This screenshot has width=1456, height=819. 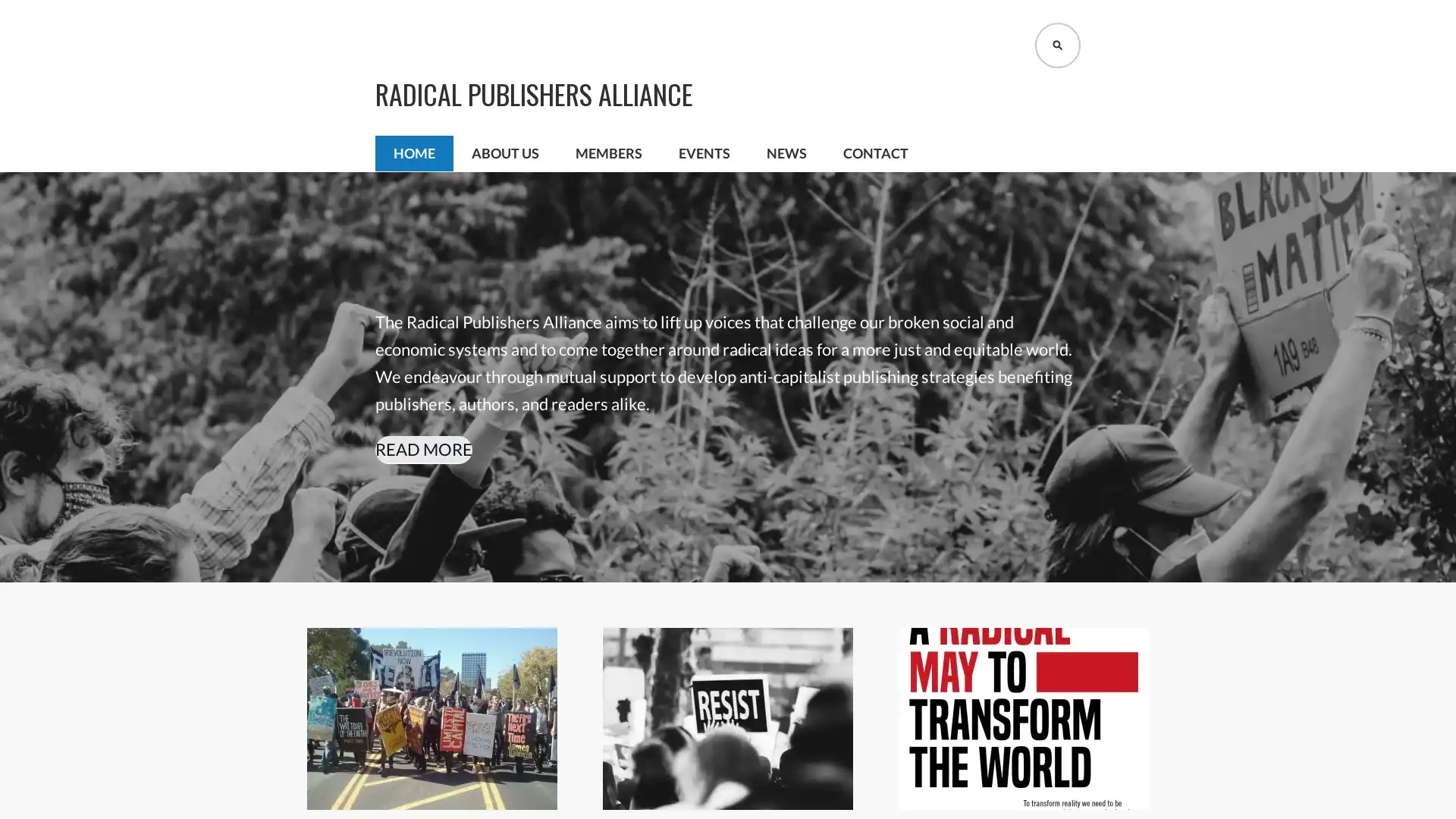 I want to click on SEARCH, so click(x=1057, y=45).